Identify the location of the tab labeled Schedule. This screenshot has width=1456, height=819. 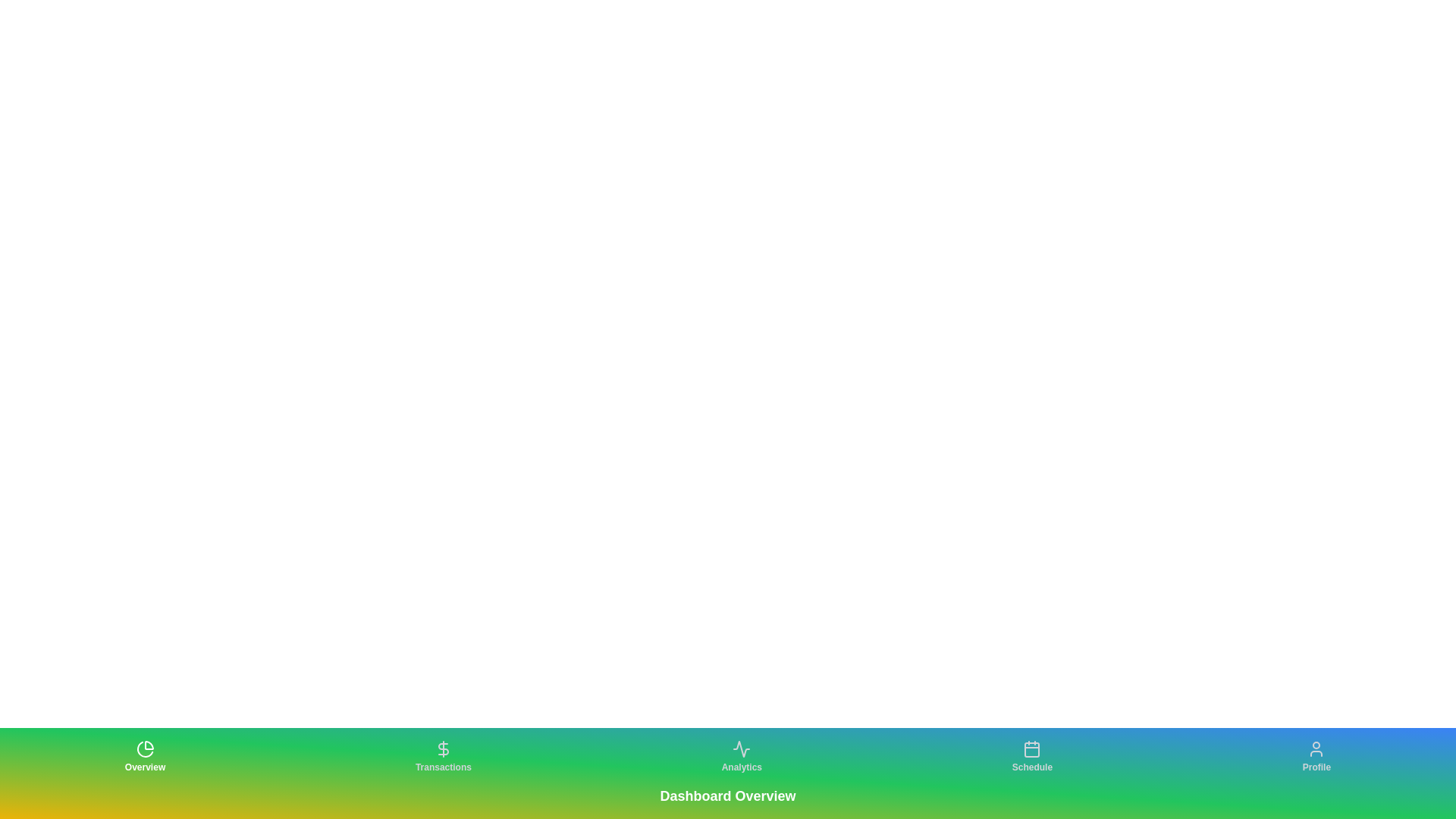
(1031, 757).